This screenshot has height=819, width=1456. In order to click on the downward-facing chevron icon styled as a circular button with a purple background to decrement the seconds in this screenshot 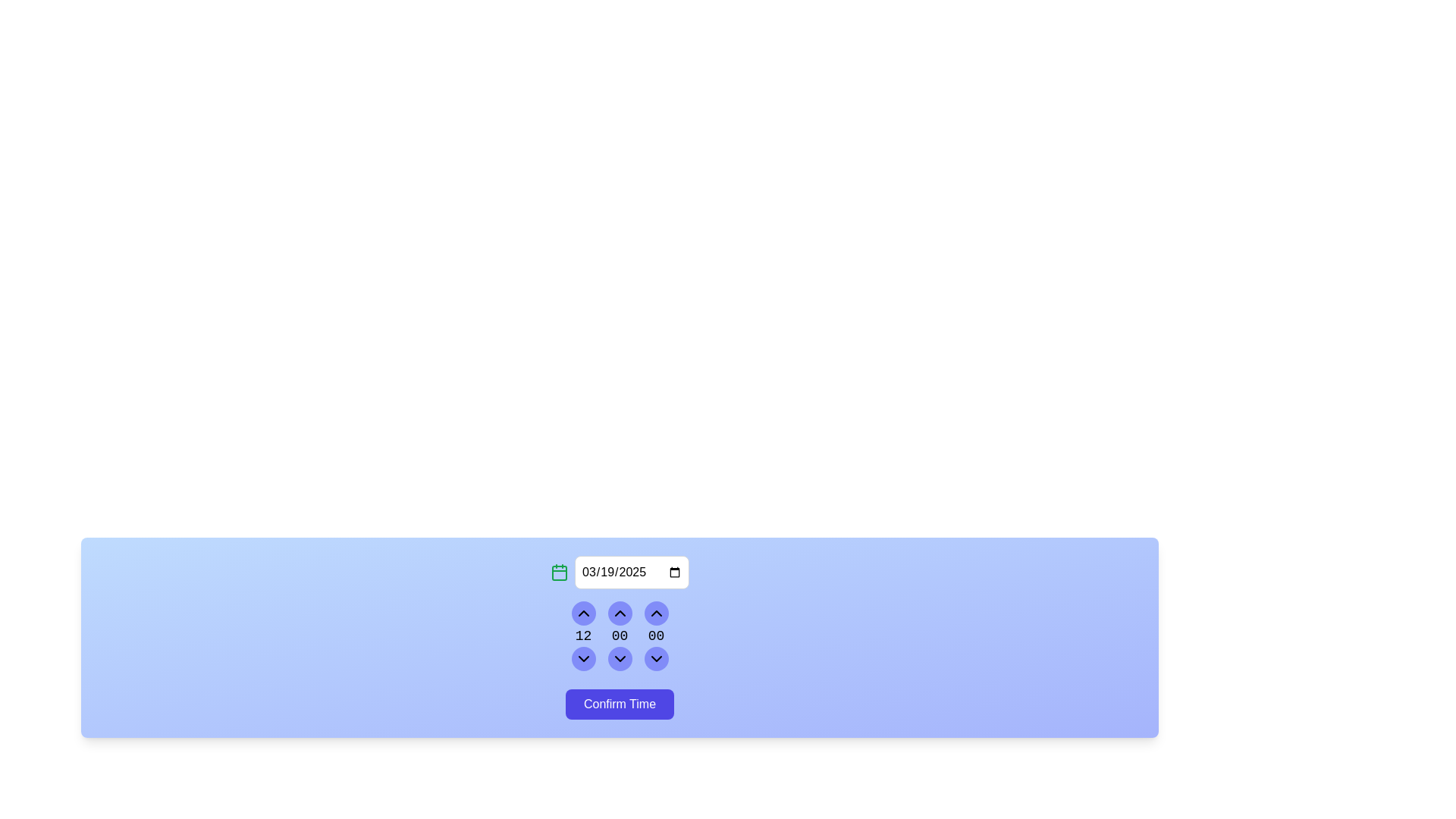, I will do `click(656, 657)`.